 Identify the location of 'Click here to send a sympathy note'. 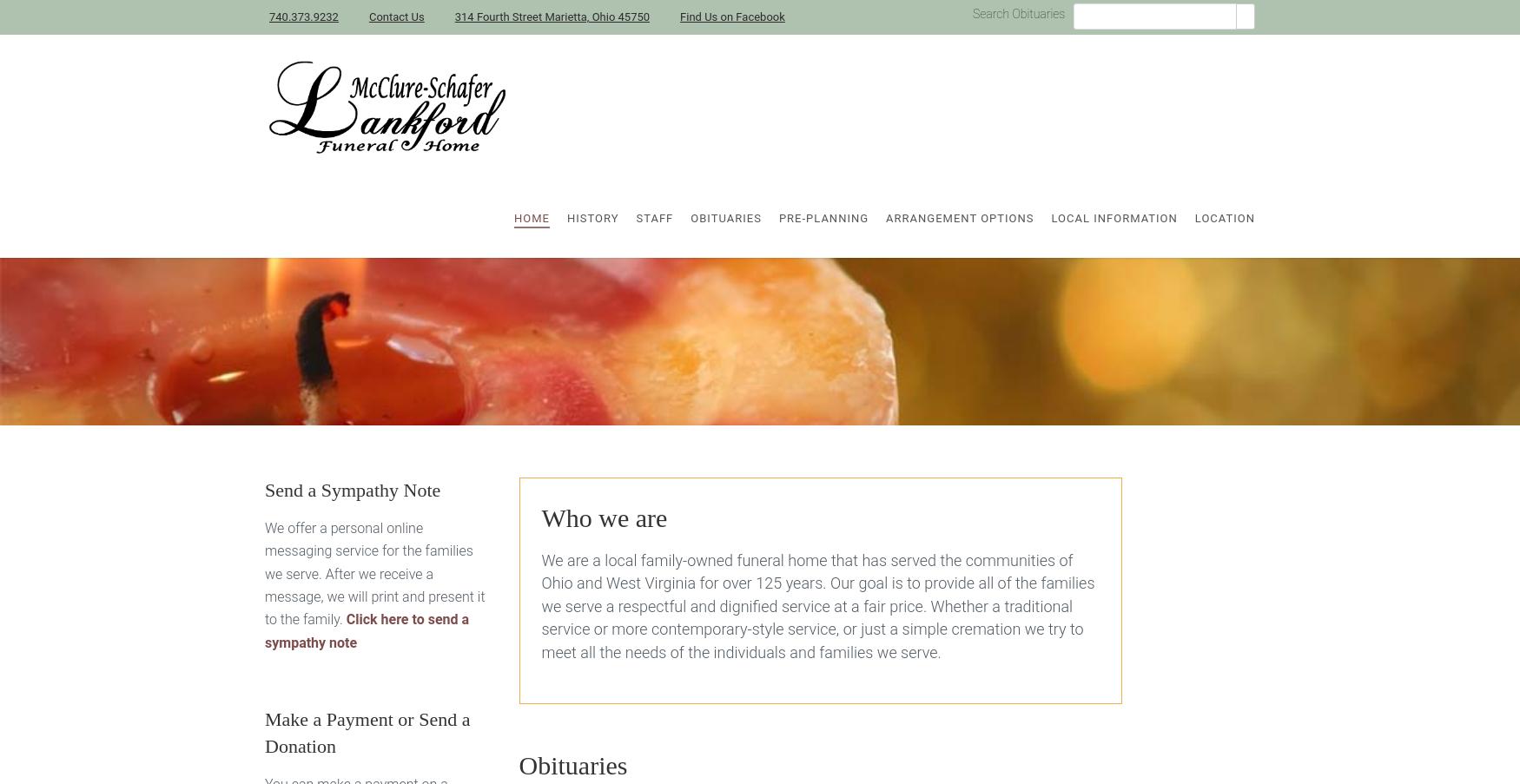
(264, 630).